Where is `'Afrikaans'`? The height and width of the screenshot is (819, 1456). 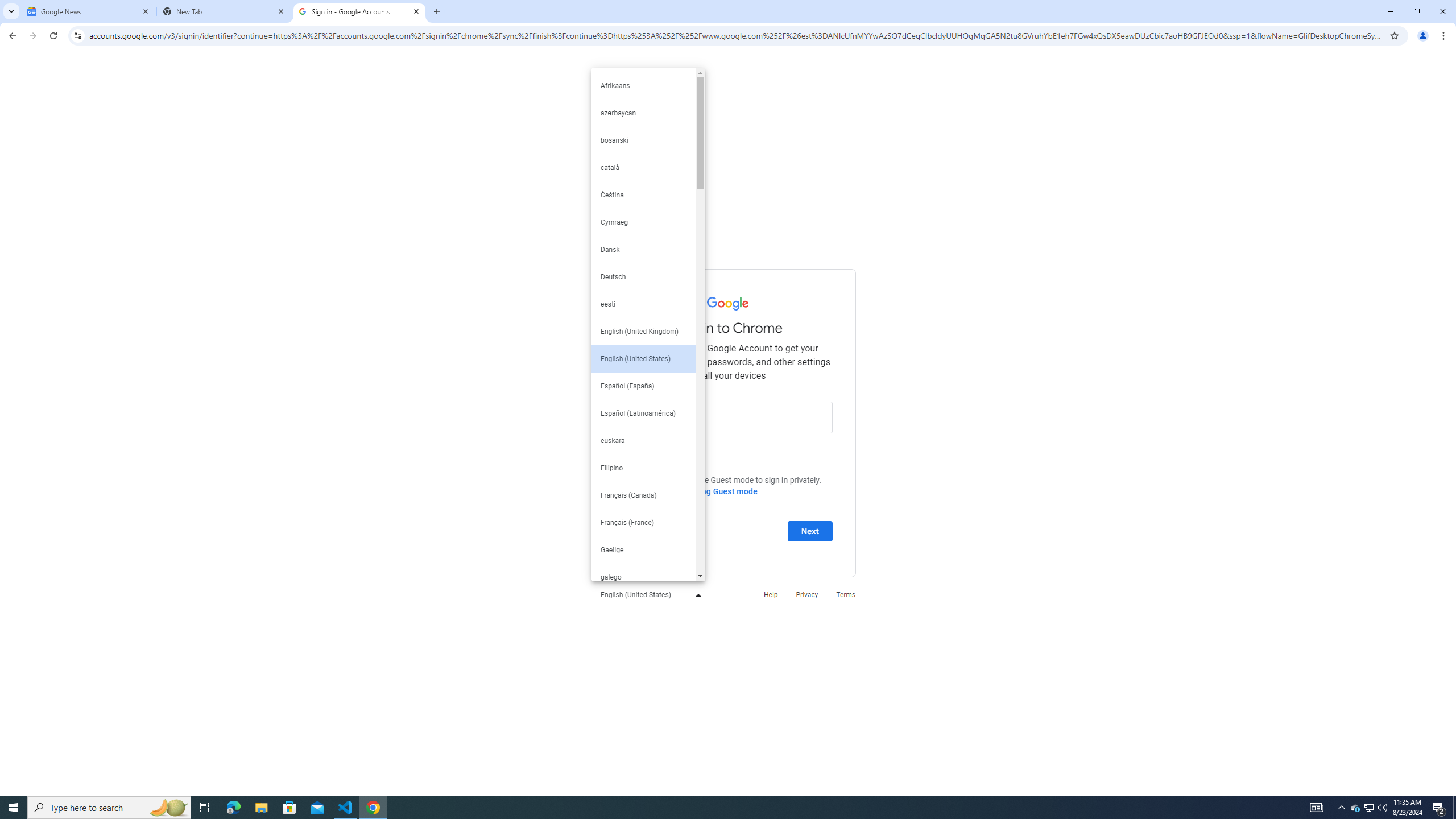 'Afrikaans' is located at coordinates (643, 85).